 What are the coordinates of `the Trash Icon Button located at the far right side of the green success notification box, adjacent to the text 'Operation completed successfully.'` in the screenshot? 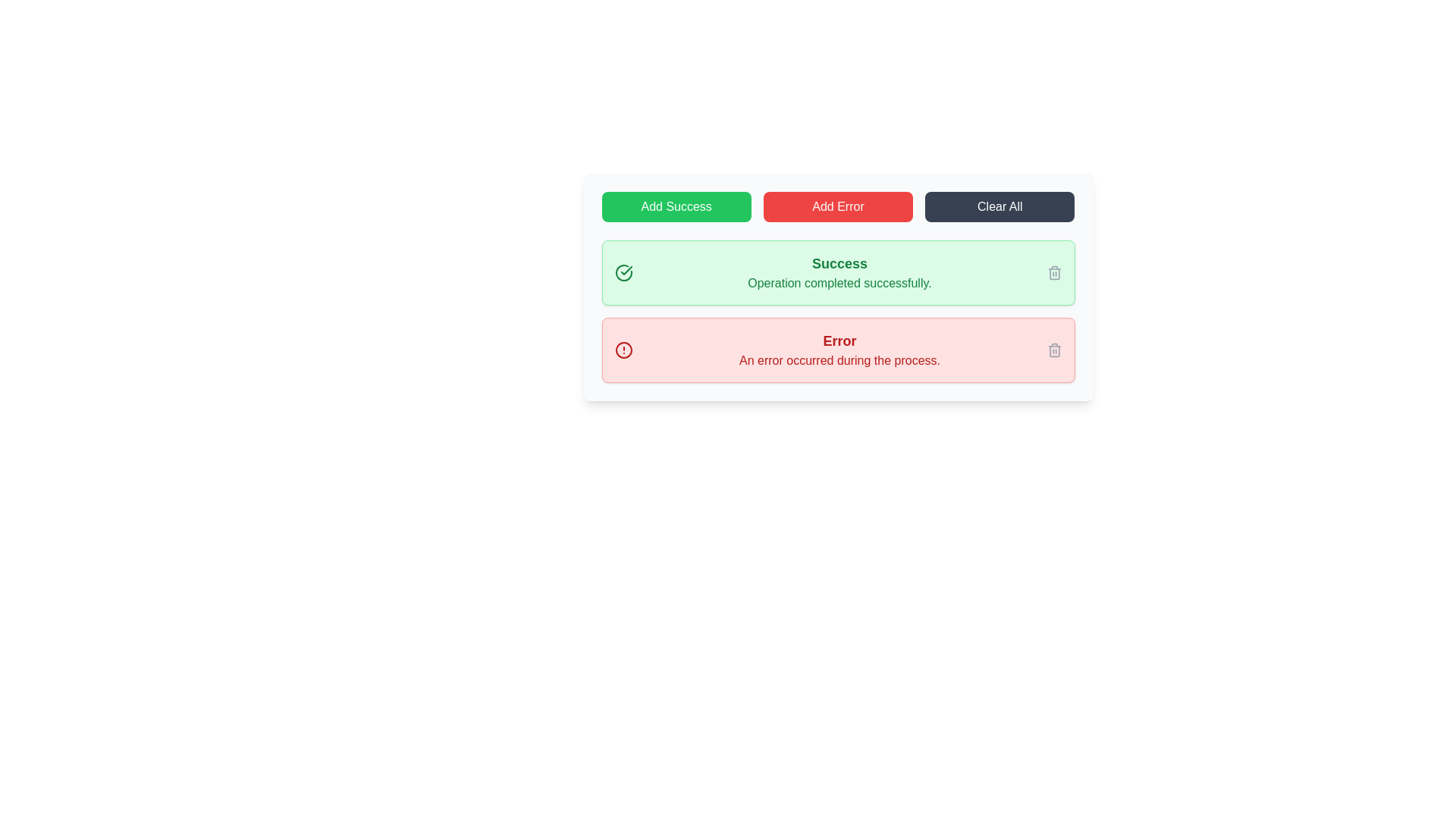 It's located at (1053, 271).